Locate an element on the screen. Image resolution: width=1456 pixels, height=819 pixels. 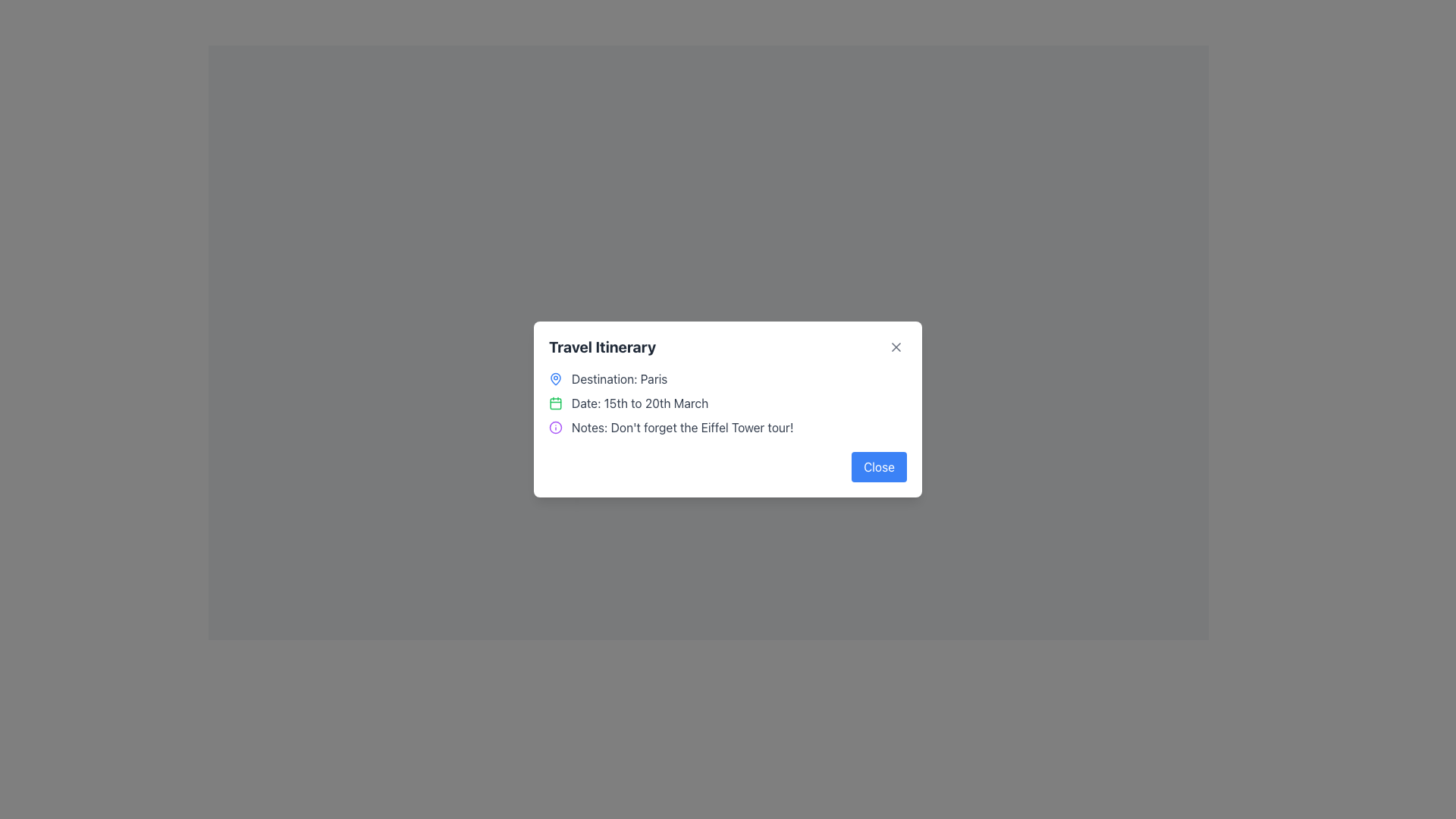
the 'X' icon button located at the top-right corner of the 'Travel Itinerary' dialogue box, which is styled in a minimalistic manner with two crossing diagonal lines is located at coordinates (896, 347).